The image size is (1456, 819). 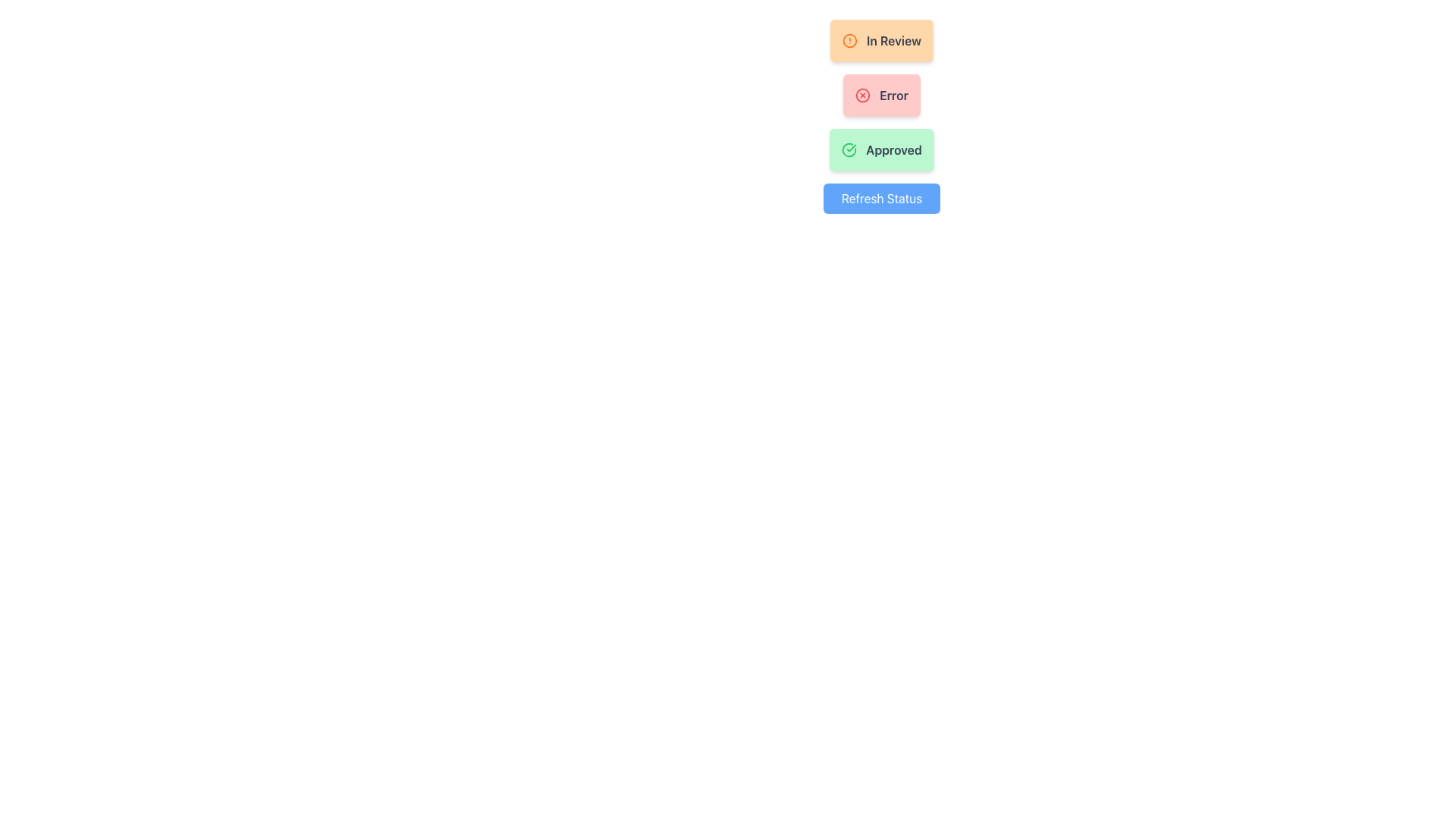 I want to click on the non-interactive status indicator displaying 'In Review', which is the first element in a vertical stack above the 'Error' button, so click(x=881, y=40).